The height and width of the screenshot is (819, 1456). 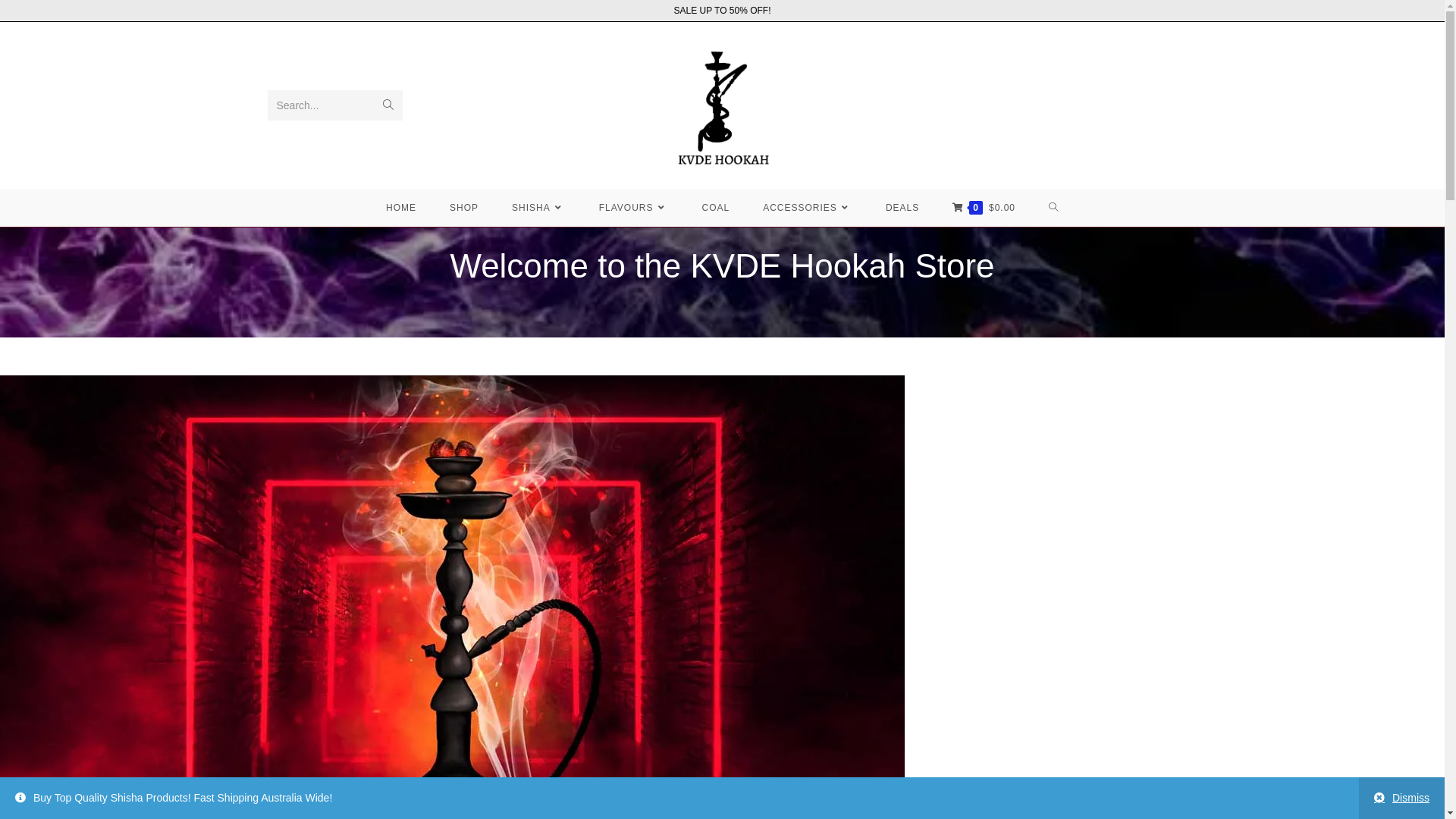 I want to click on 'ACCESSORIES', so click(x=807, y=207).